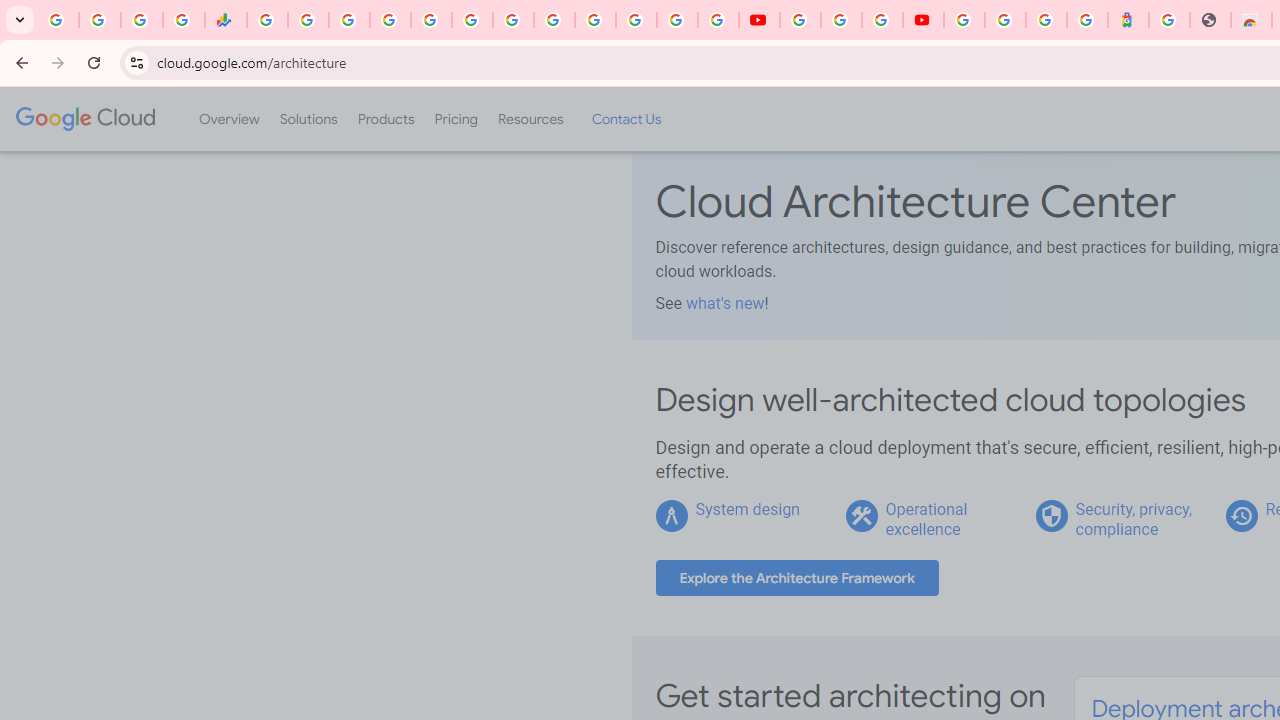 The height and width of the screenshot is (720, 1280). What do you see at coordinates (724, 303) in the screenshot?
I see `'what'` at bounding box center [724, 303].